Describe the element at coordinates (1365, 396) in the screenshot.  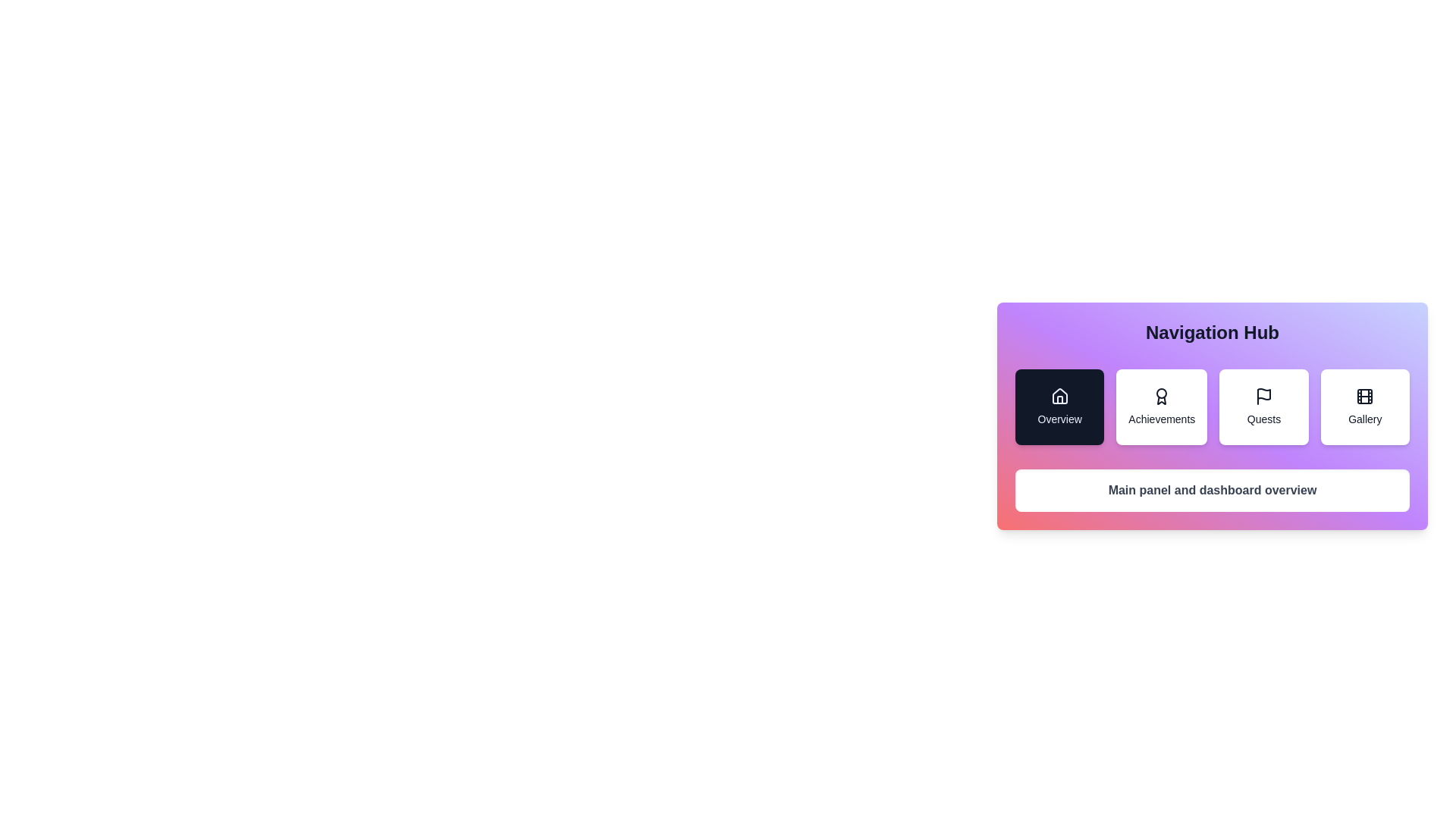
I see `the Gallery icon button, which resembles a film strip and is the fourth button in the row near the top-right corner of the navigation hub panel` at that location.